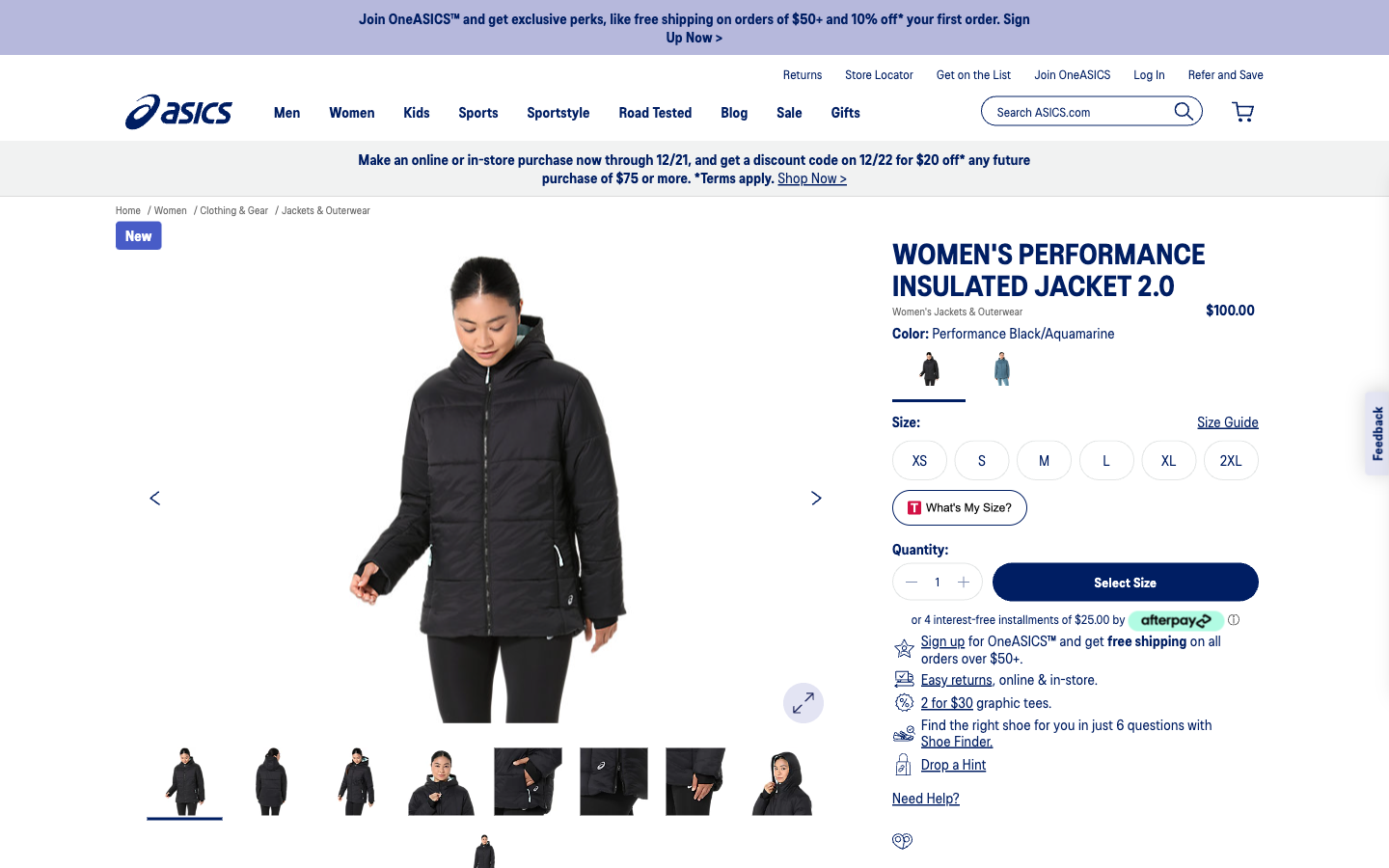  I want to click on Transition to the next image of the product, so click(815, 496).